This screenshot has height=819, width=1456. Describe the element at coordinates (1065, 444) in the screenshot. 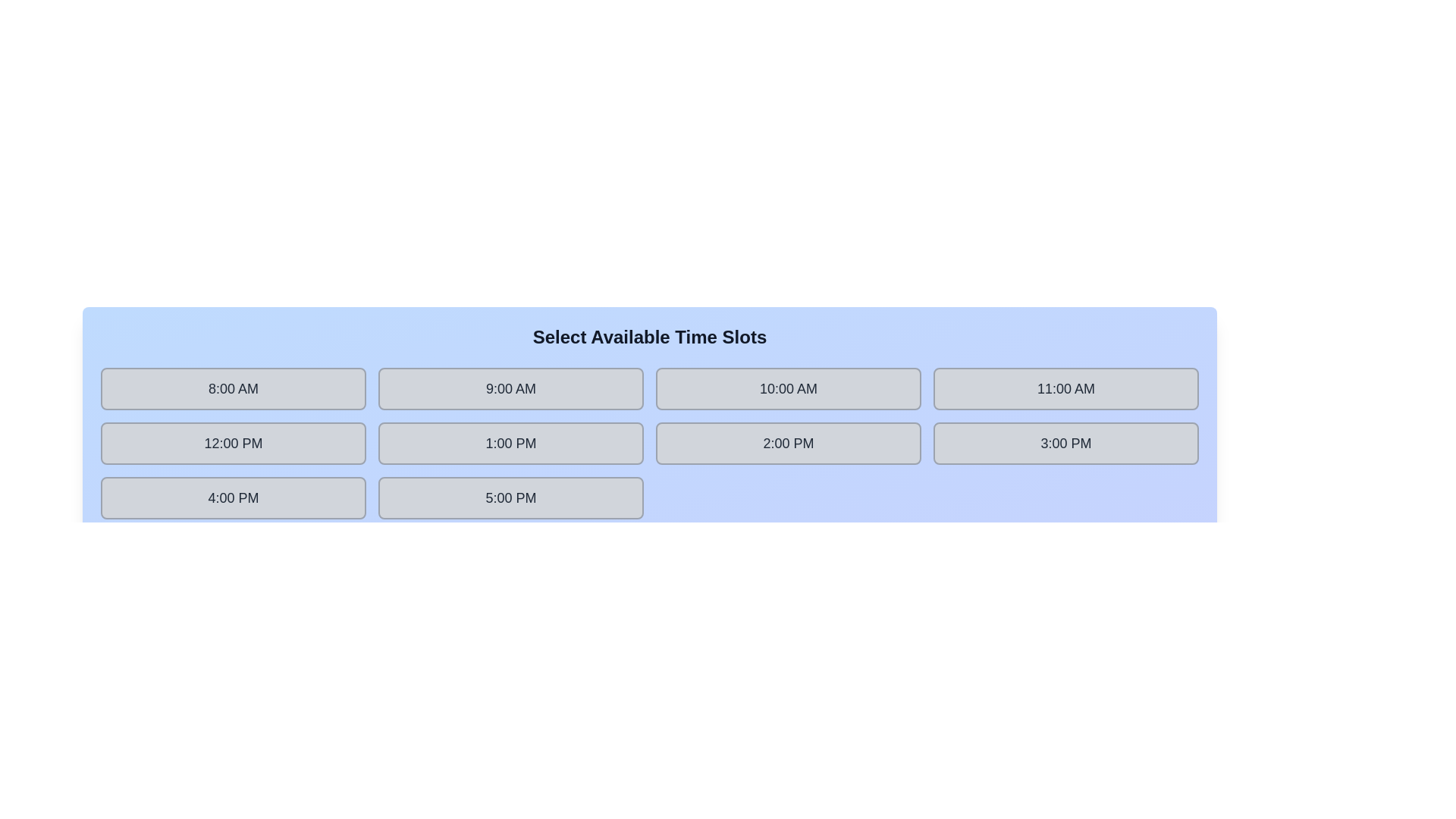

I see `the time slot labeled 3:00 PM` at that location.